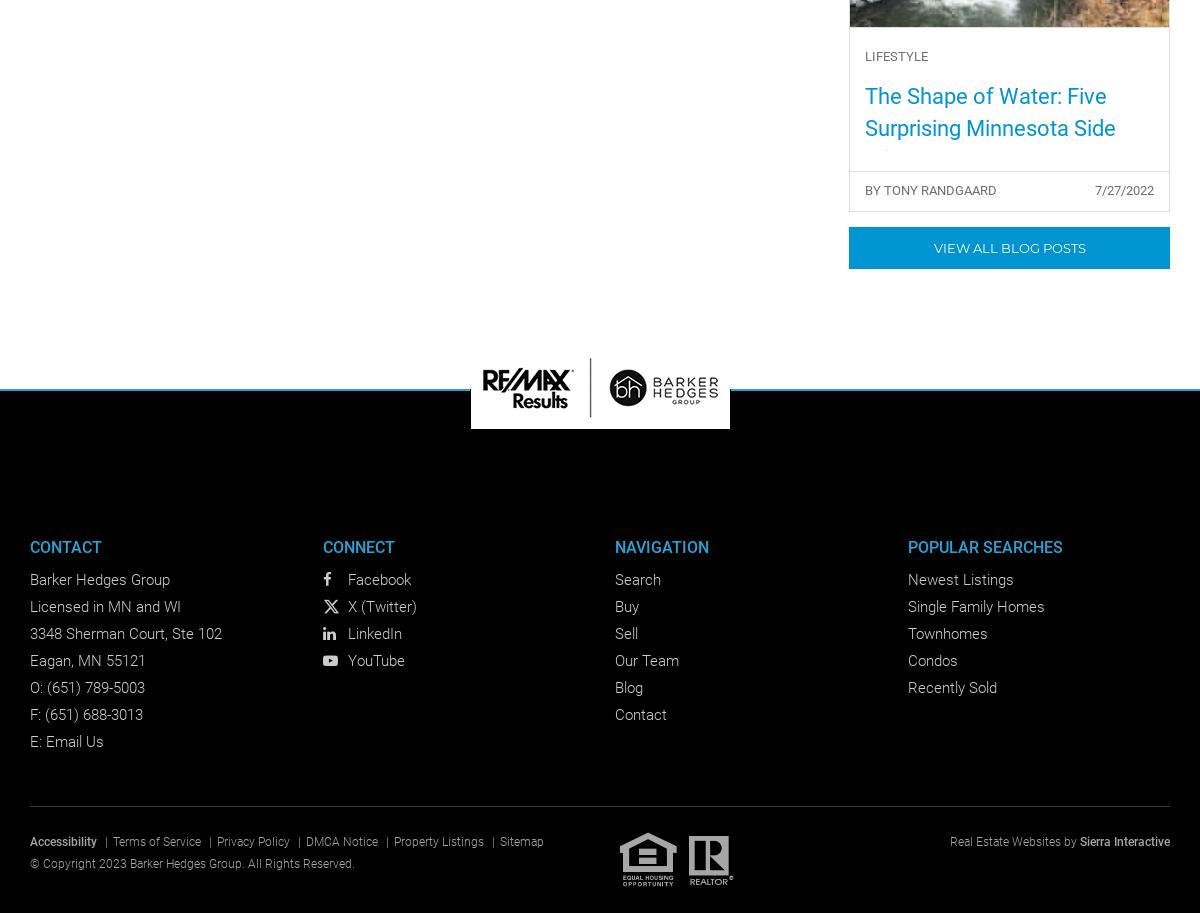 Image resolution: width=1200 pixels, height=913 pixels. Describe the element at coordinates (87, 660) in the screenshot. I see `'Eagan, MN 55121'` at that location.